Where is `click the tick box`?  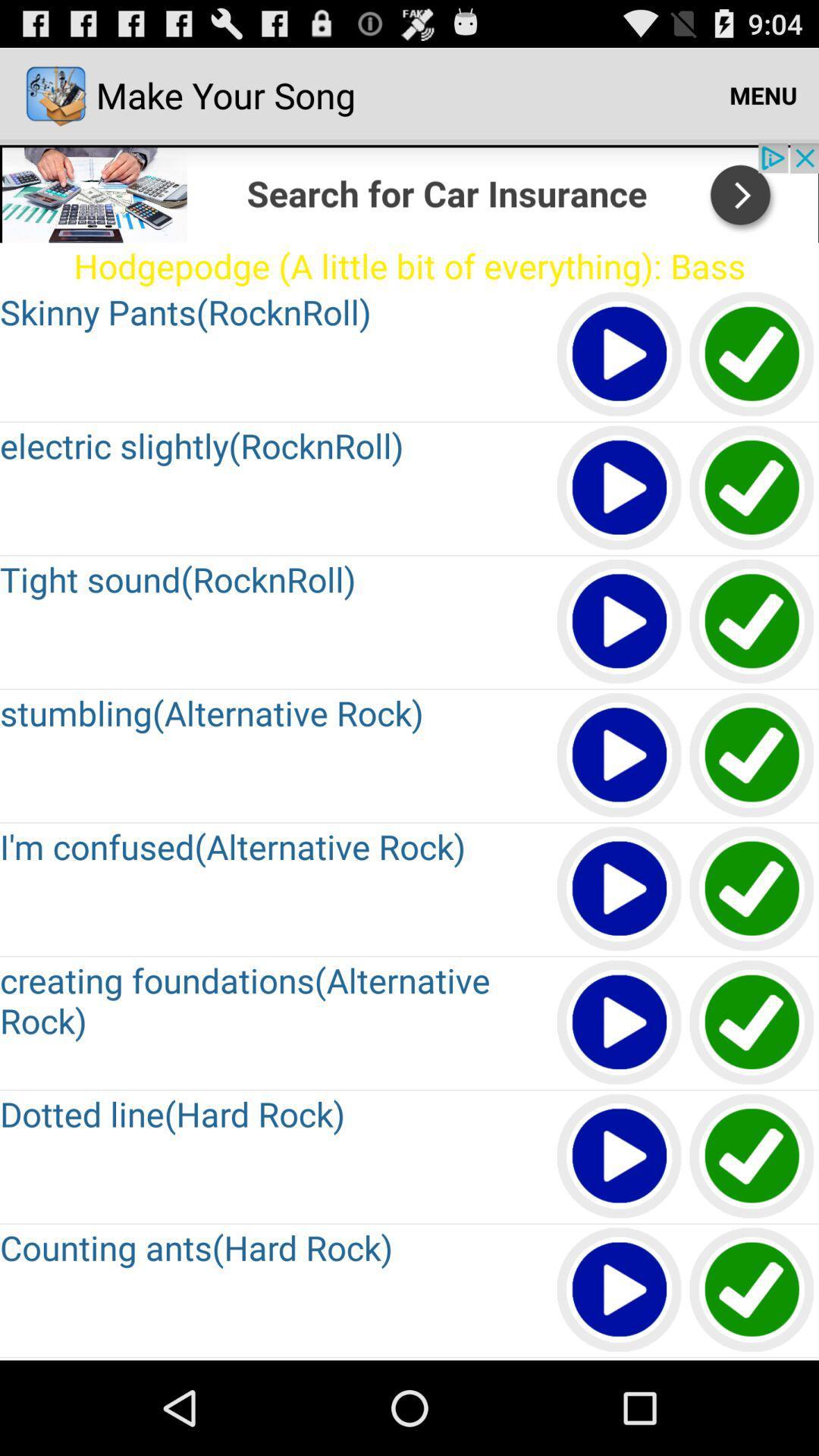
click the tick box is located at coordinates (752, 488).